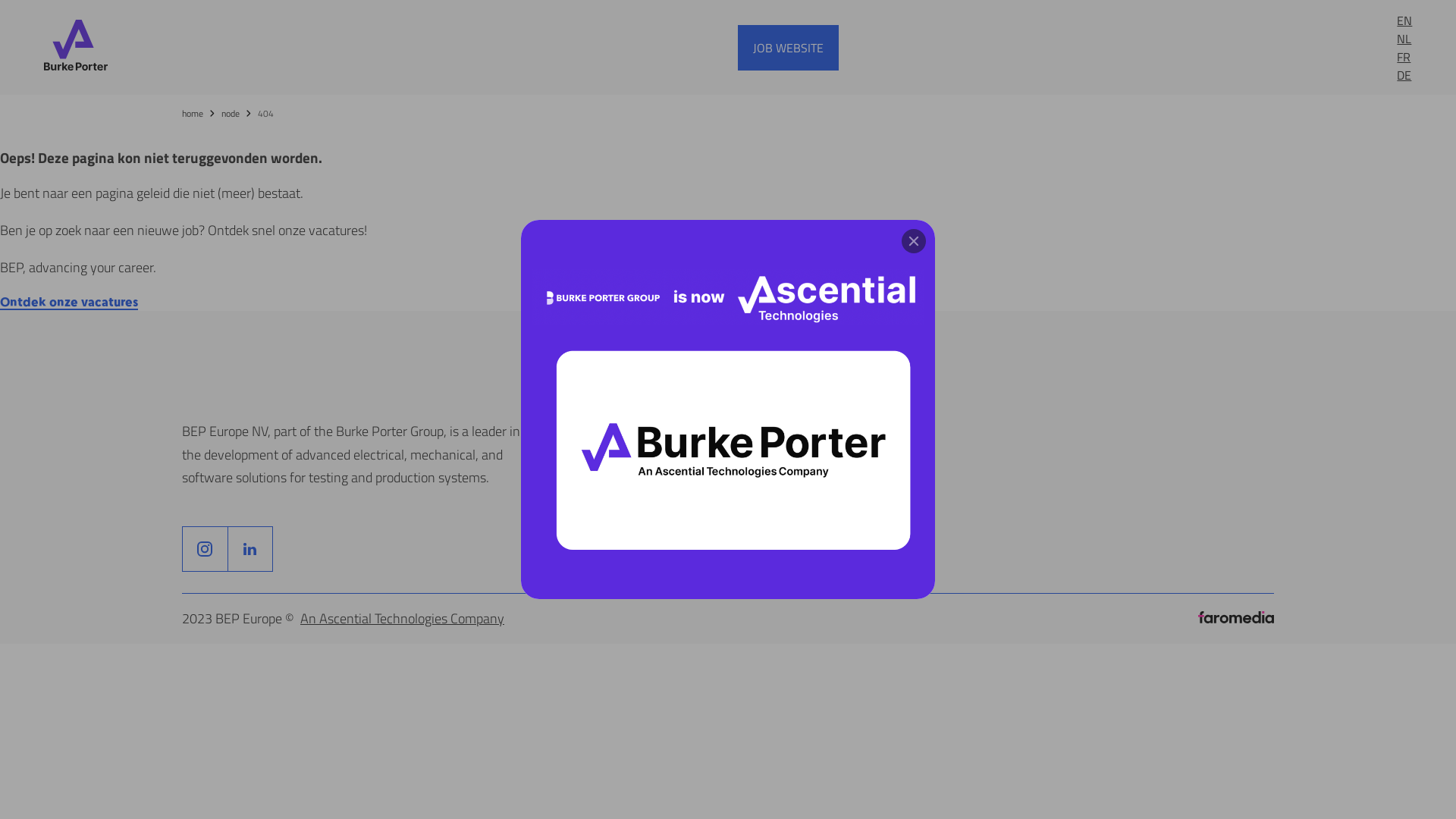  Describe the element at coordinates (203, 549) in the screenshot. I see `'F'` at that location.